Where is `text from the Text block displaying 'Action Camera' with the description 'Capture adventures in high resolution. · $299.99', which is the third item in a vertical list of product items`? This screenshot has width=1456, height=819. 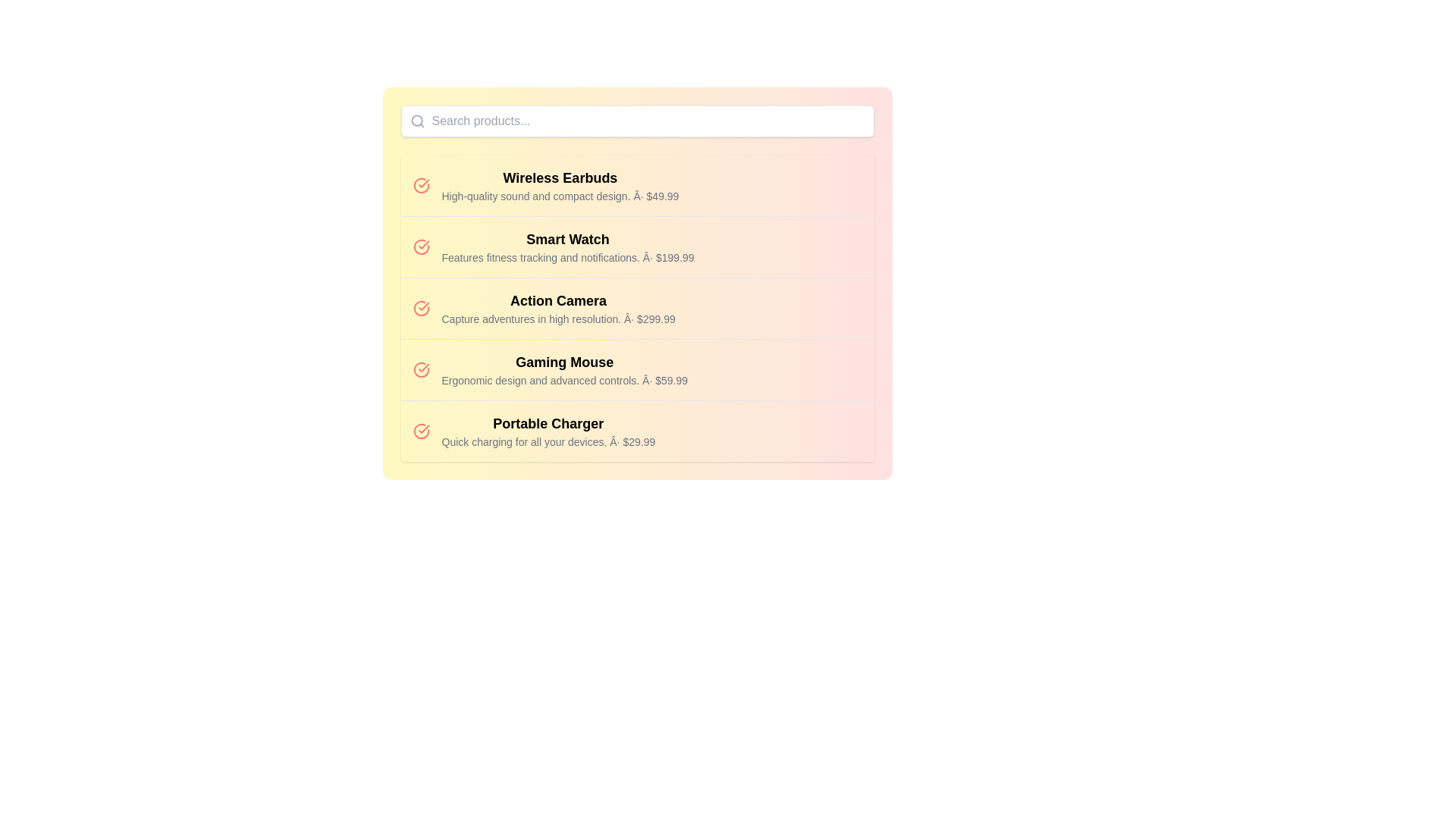 text from the Text block displaying 'Action Camera' with the description 'Capture adventures in high resolution. · $299.99', which is the third item in a vertical list of product items is located at coordinates (557, 308).